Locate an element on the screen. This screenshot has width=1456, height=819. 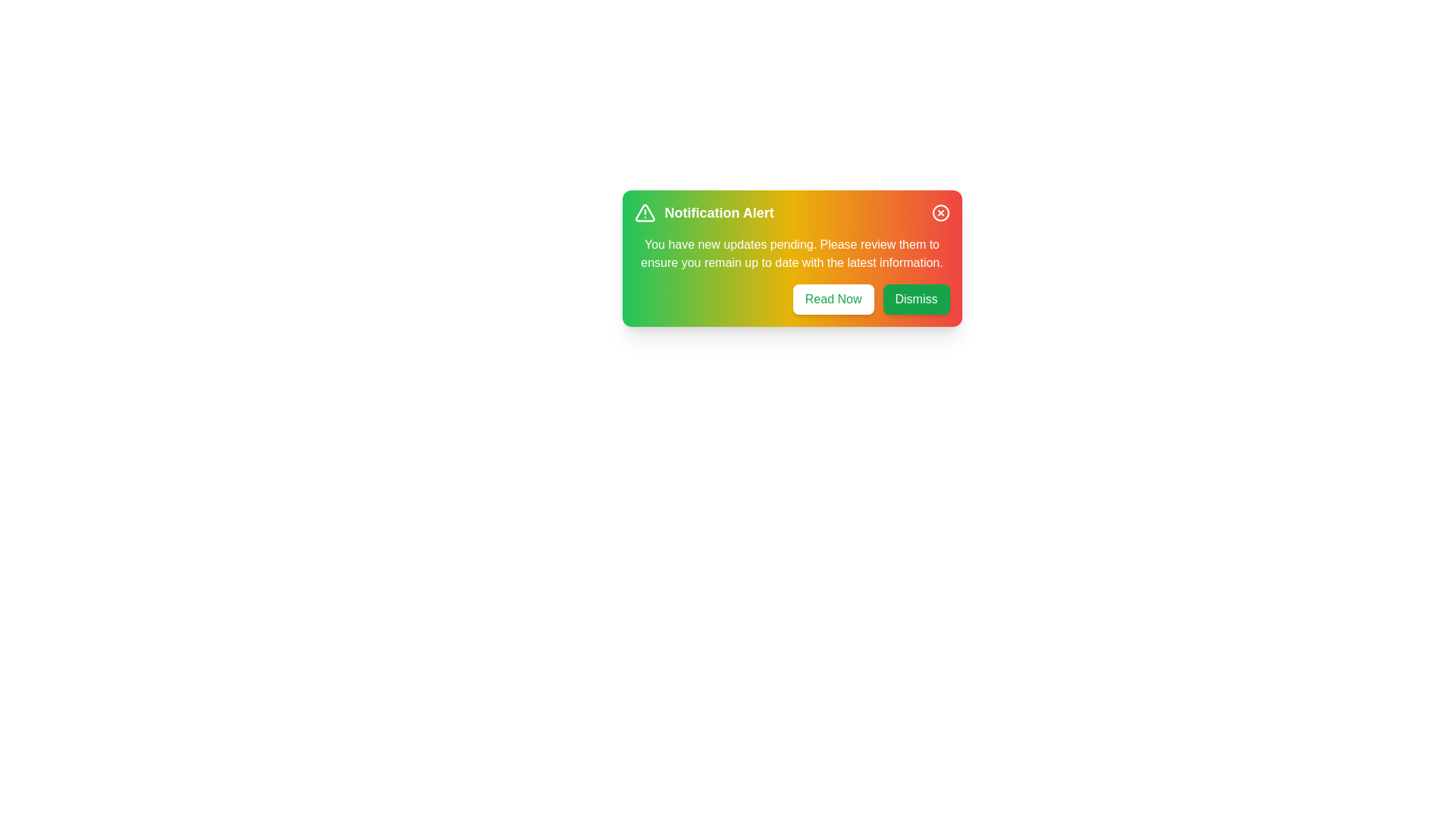
'Read Now' button to proceed to the content is located at coordinates (833, 299).